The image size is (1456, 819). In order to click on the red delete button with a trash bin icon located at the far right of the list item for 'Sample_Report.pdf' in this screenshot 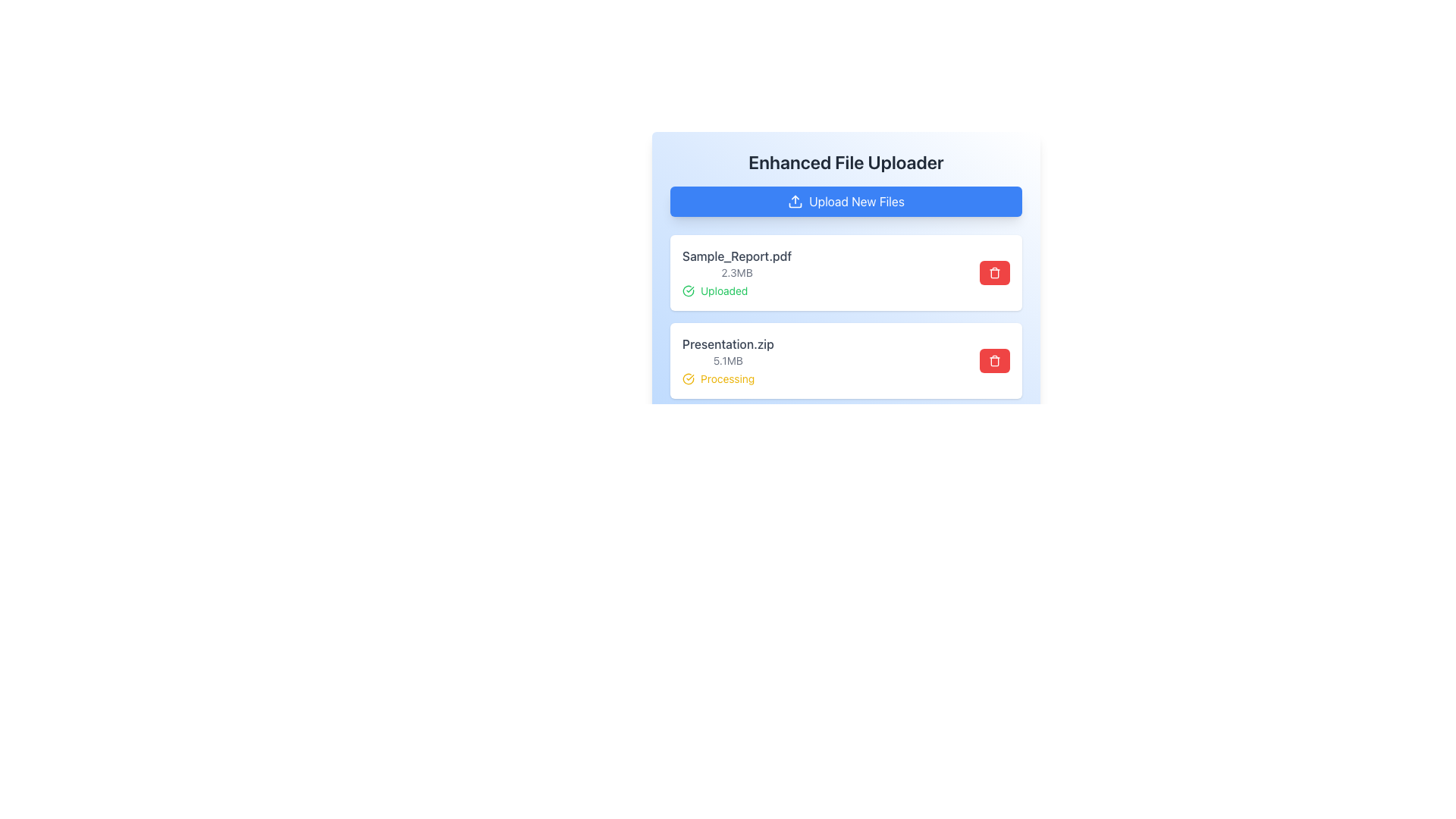, I will do `click(994, 271)`.